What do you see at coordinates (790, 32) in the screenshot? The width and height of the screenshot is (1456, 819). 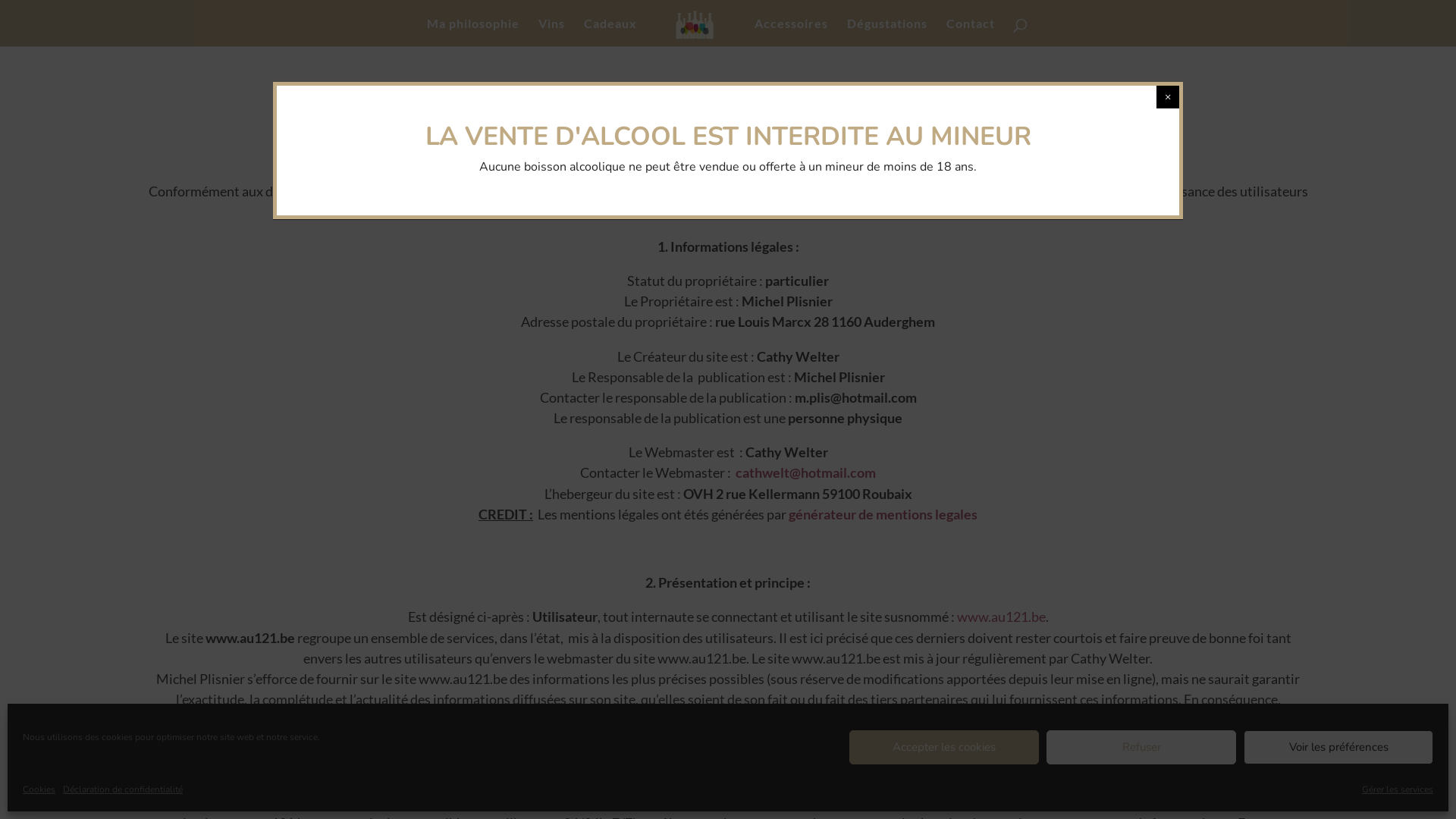 I see `'Accessoires'` at bounding box center [790, 32].